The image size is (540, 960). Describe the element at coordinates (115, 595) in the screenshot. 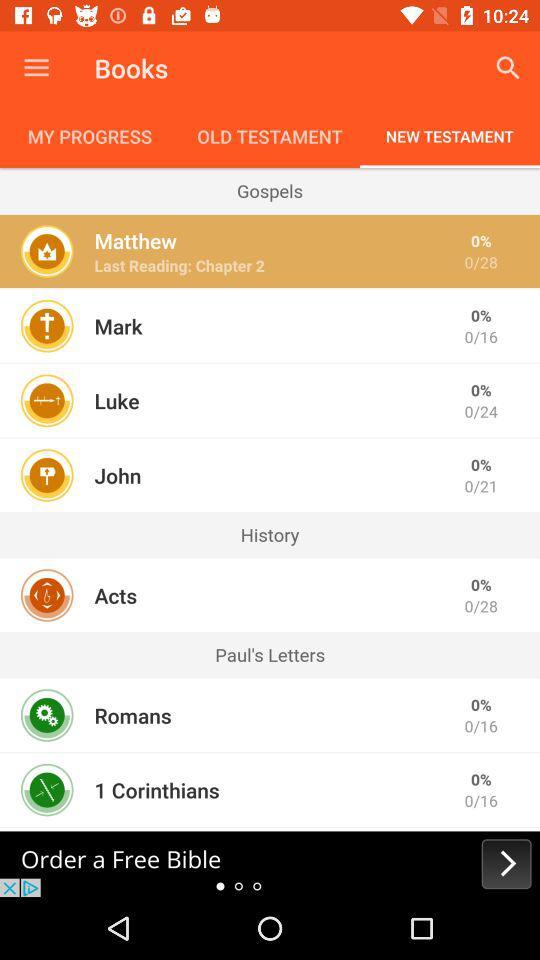

I see `icon above paul's letters item` at that location.